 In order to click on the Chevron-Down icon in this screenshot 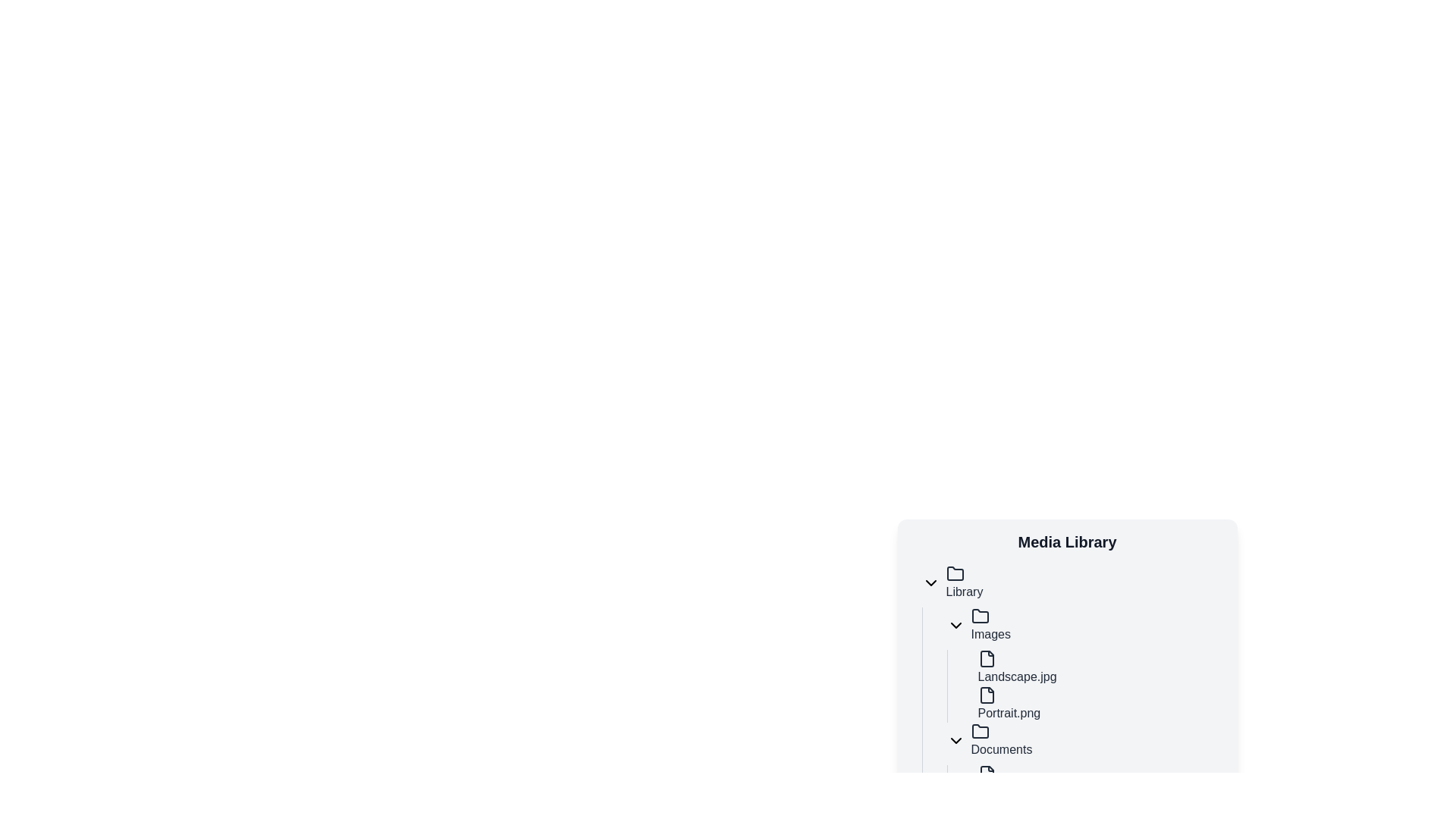, I will do `click(955, 739)`.